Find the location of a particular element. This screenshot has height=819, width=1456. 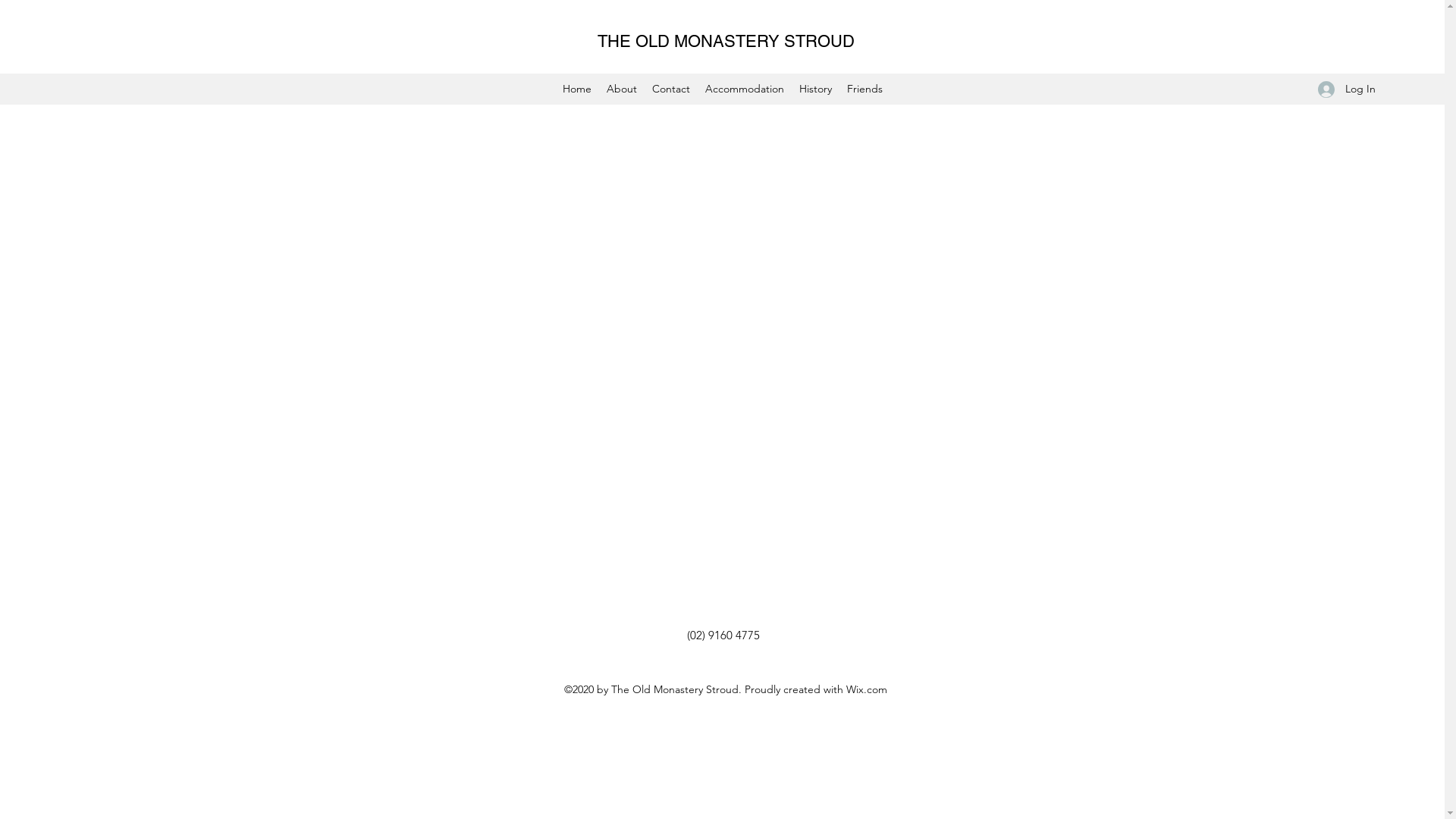

'THE OLD MONASTERY STROUD' is located at coordinates (725, 40).